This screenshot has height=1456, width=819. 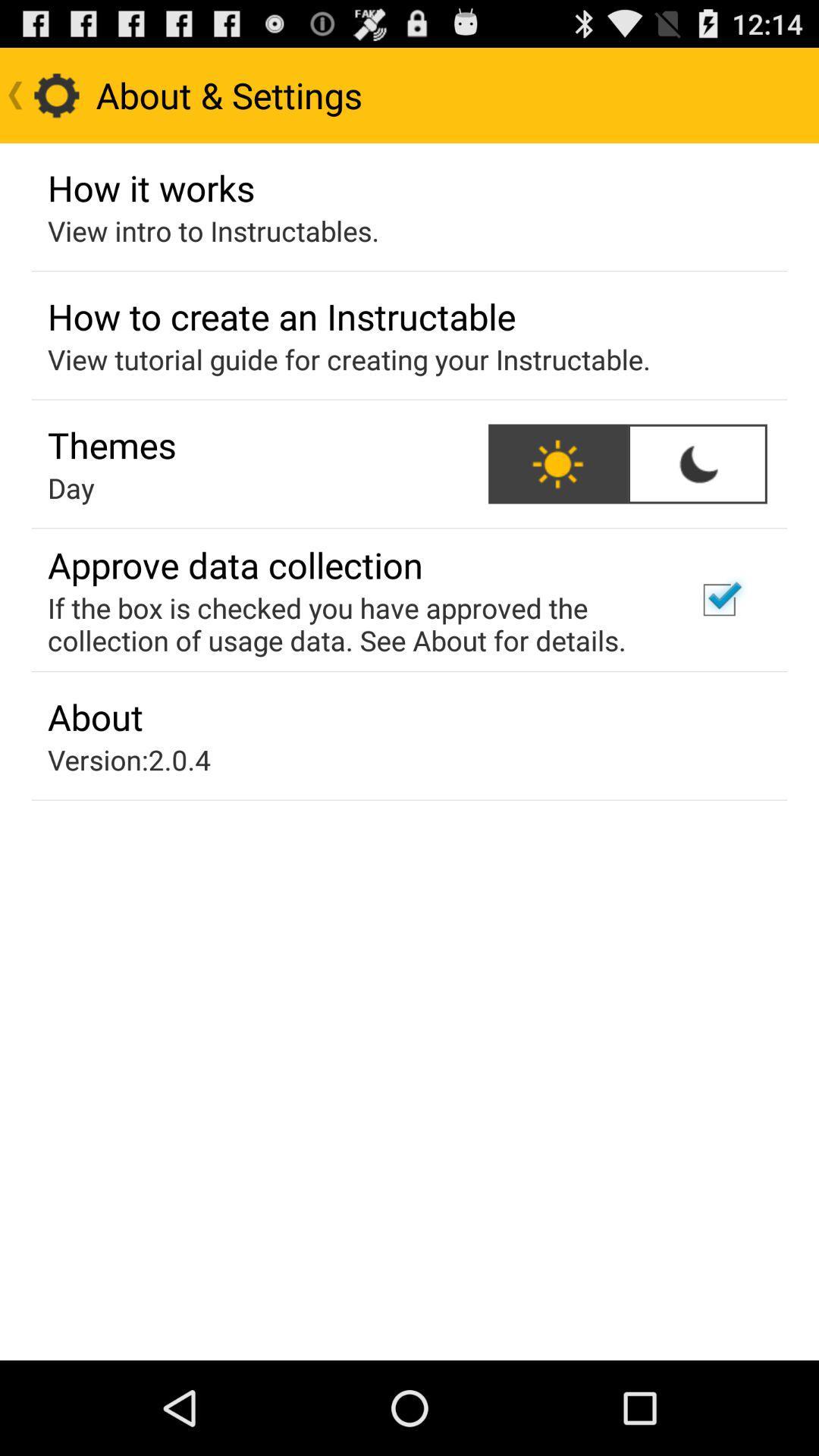 What do you see at coordinates (111, 444) in the screenshot?
I see `app below the view tutorial guide` at bounding box center [111, 444].